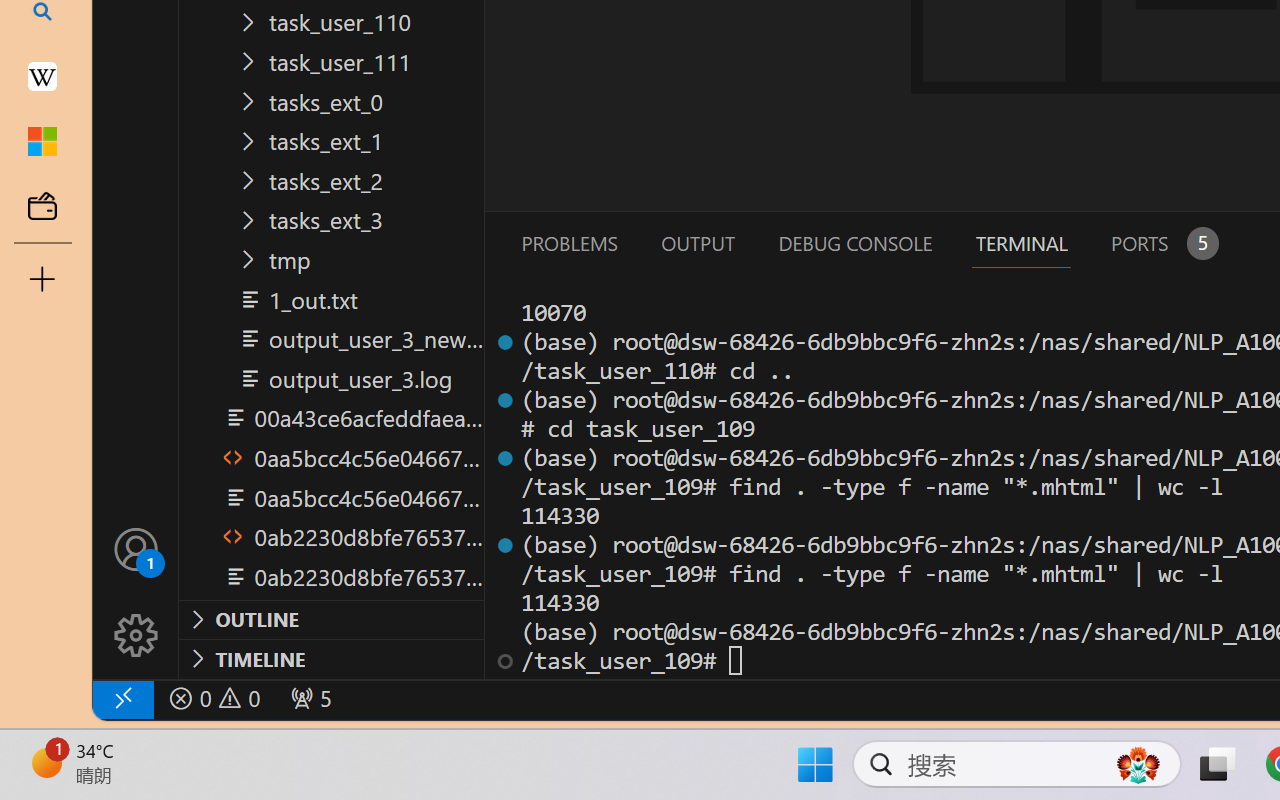 The image size is (1280, 800). Describe the element at coordinates (567, 242) in the screenshot. I see `'Problems (Ctrl+Shift+M)'` at that location.